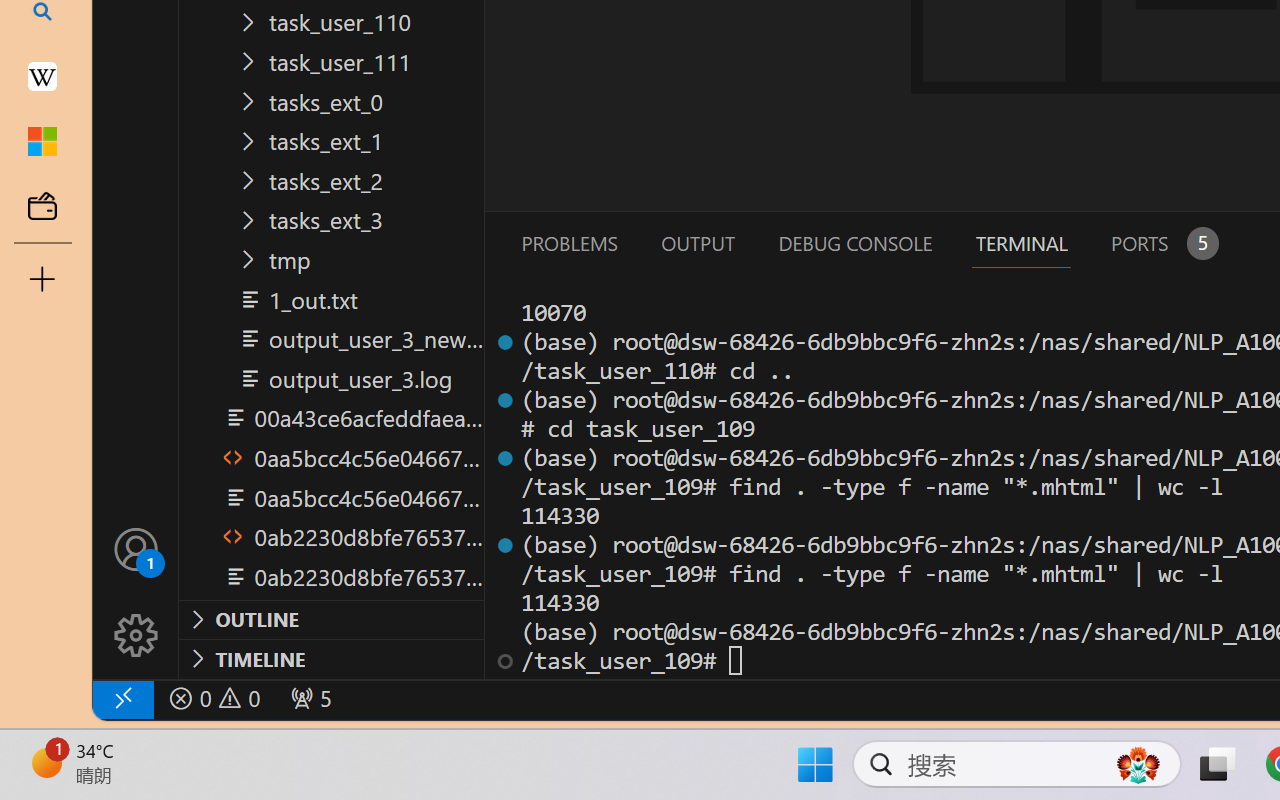 The image size is (1280, 800). Describe the element at coordinates (567, 242) in the screenshot. I see `'Problems (Ctrl+Shift+M)'` at that location.